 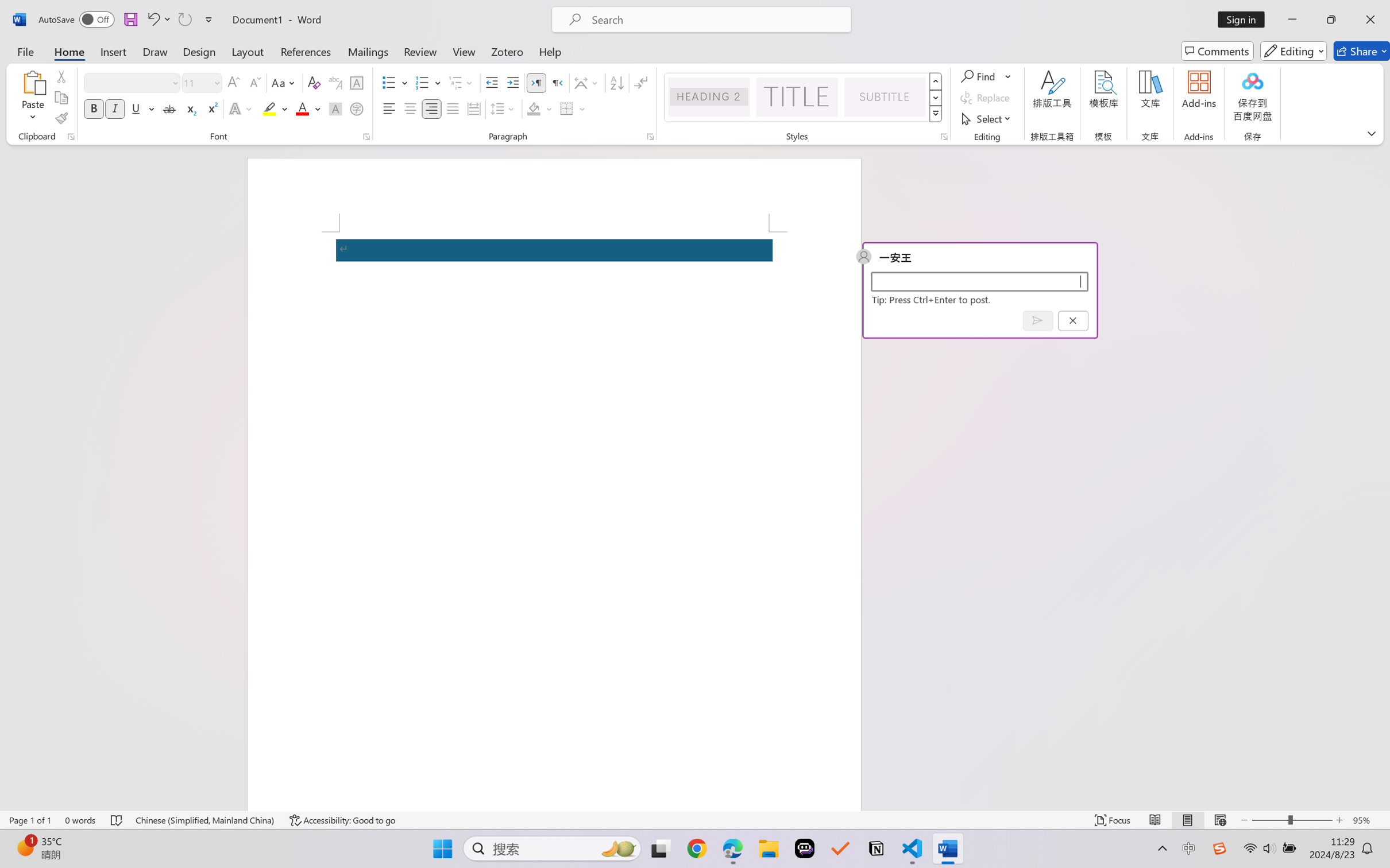 What do you see at coordinates (157, 19) in the screenshot?
I see `'Undo'` at bounding box center [157, 19].